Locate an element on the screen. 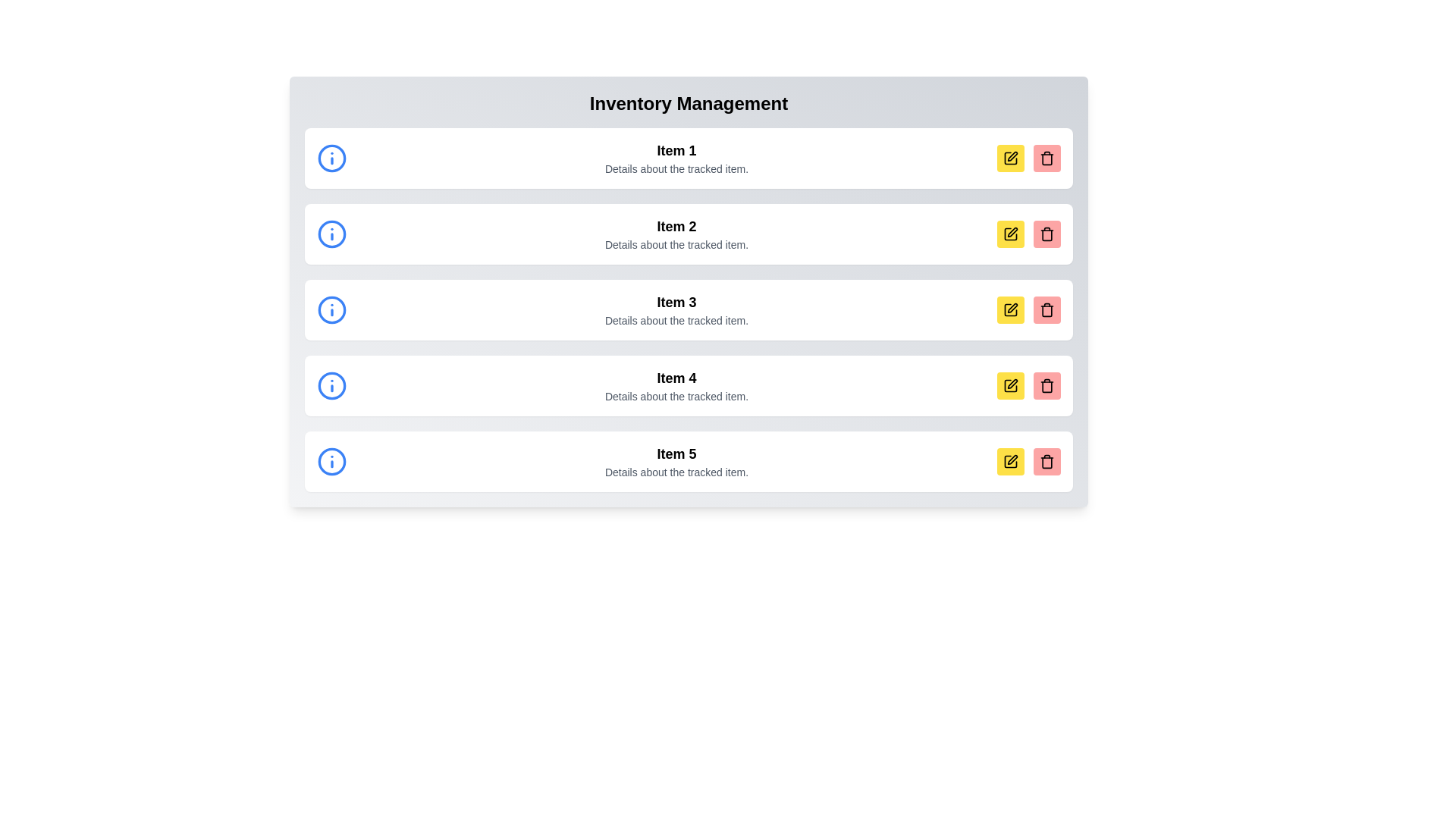 Image resolution: width=1456 pixels, height=819 pixels. text label for 'Item 1' located at the top of the vertical list in the 'Inventory Management' section is located at coordinates (676, 151).